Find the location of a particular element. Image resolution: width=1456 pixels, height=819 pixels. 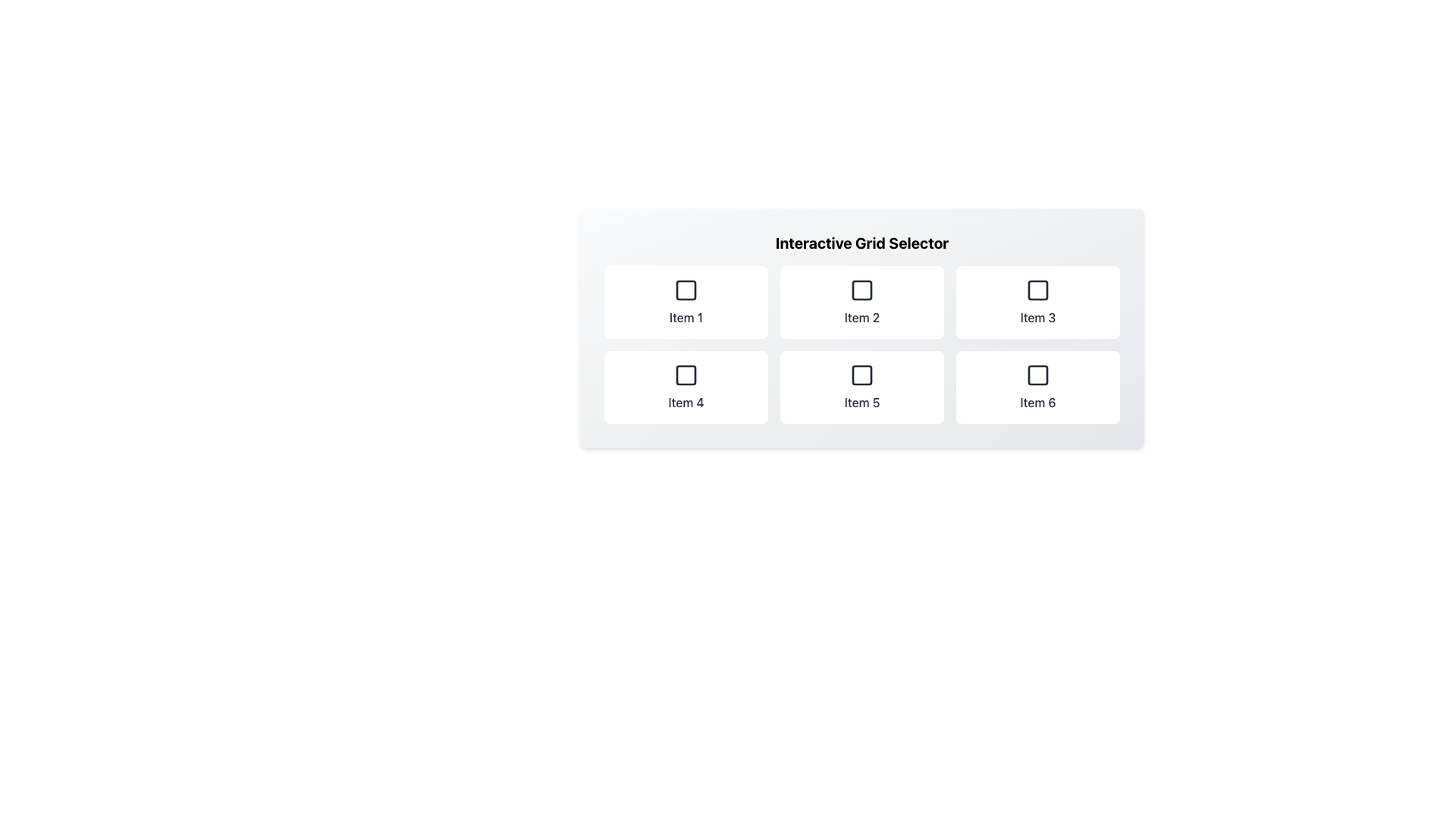

the square-shaped icon with a thin outline and rounded corners associated with the label 'Item 2' is located at coordinates (862, 290).